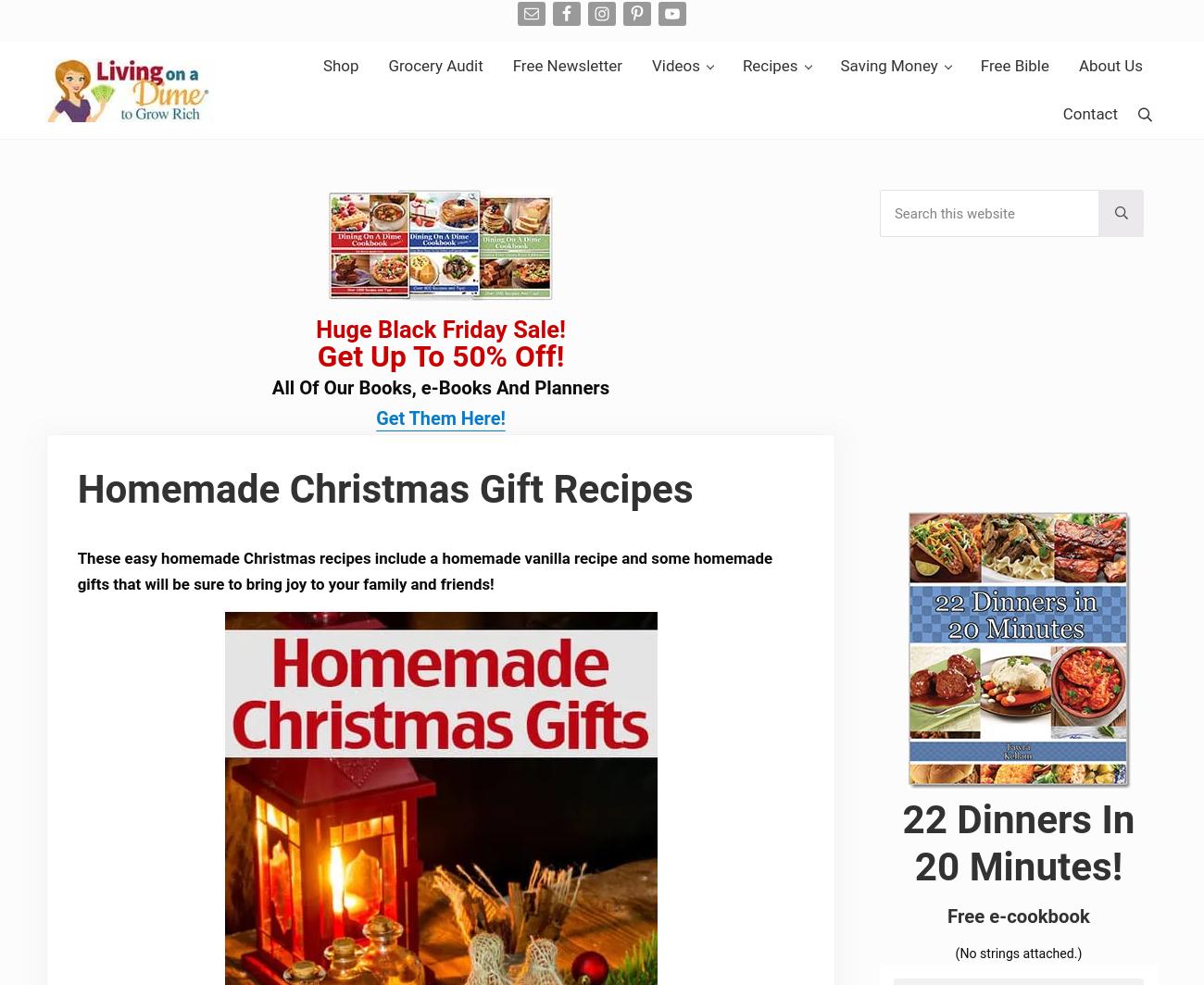  What do you see at coordinates (439, 387) in the screenshot?
I see `'All Of Our Books, e-Books And Planners'` at bounding box center [439, 387].